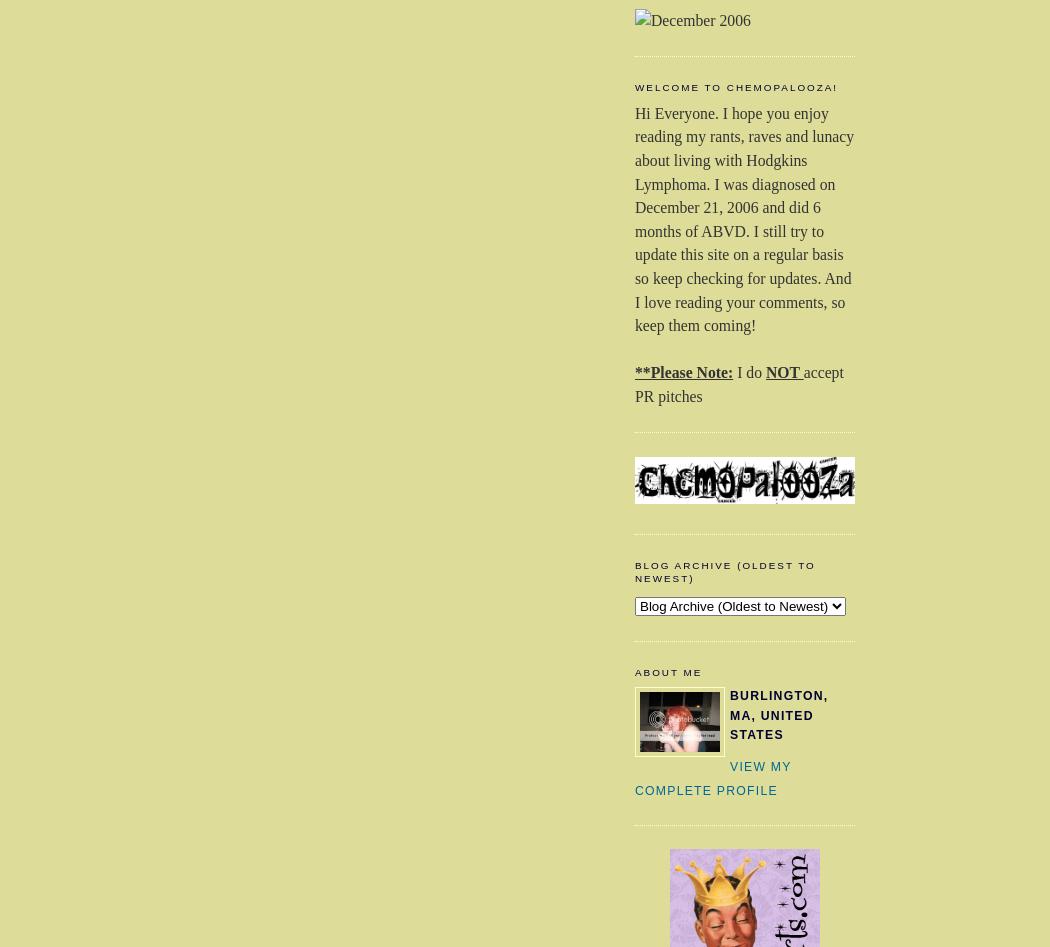  I want to click on 'I do', so click(735, 371).